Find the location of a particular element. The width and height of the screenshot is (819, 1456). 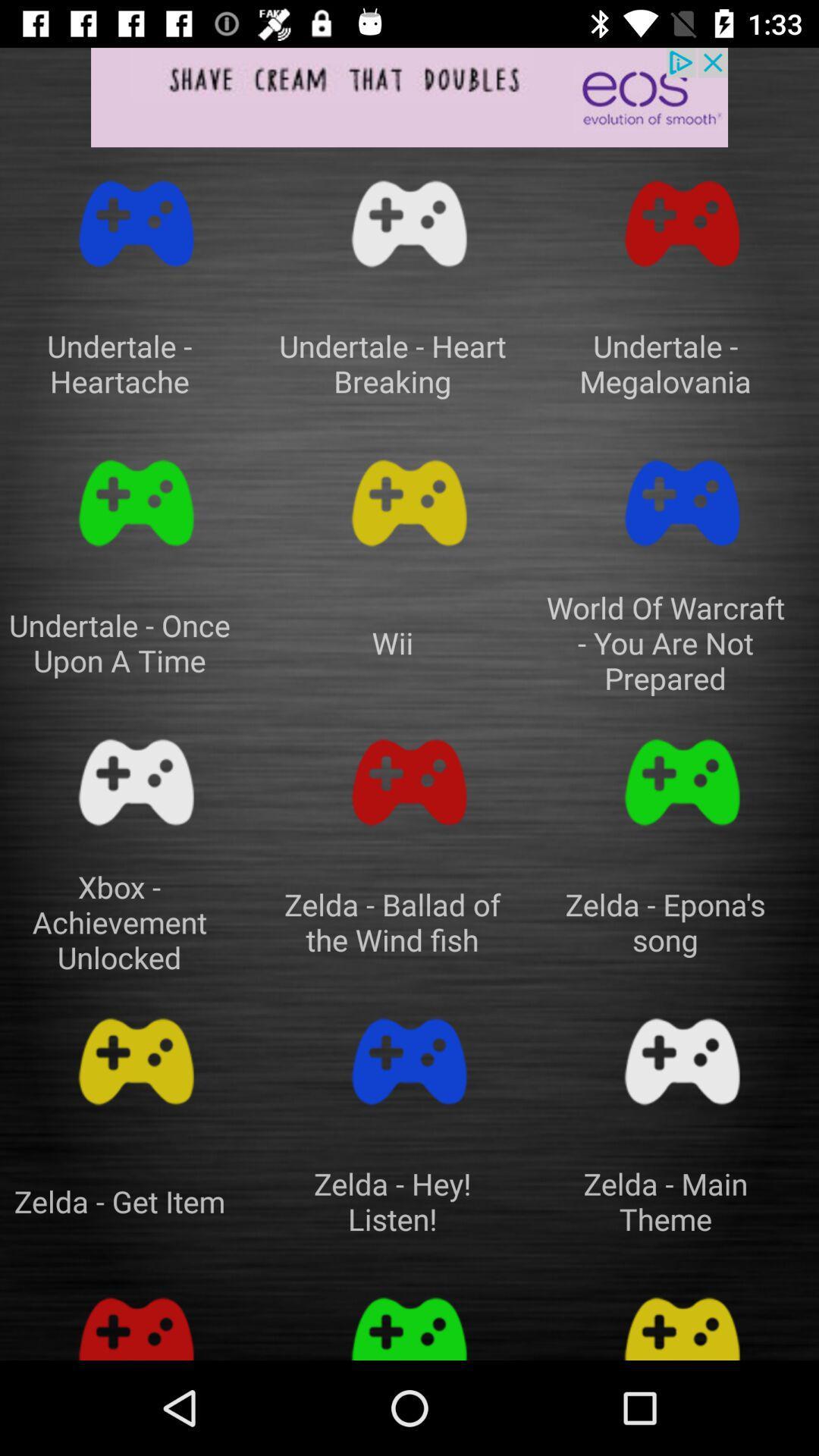

banner is located at coordinates (409, 96).